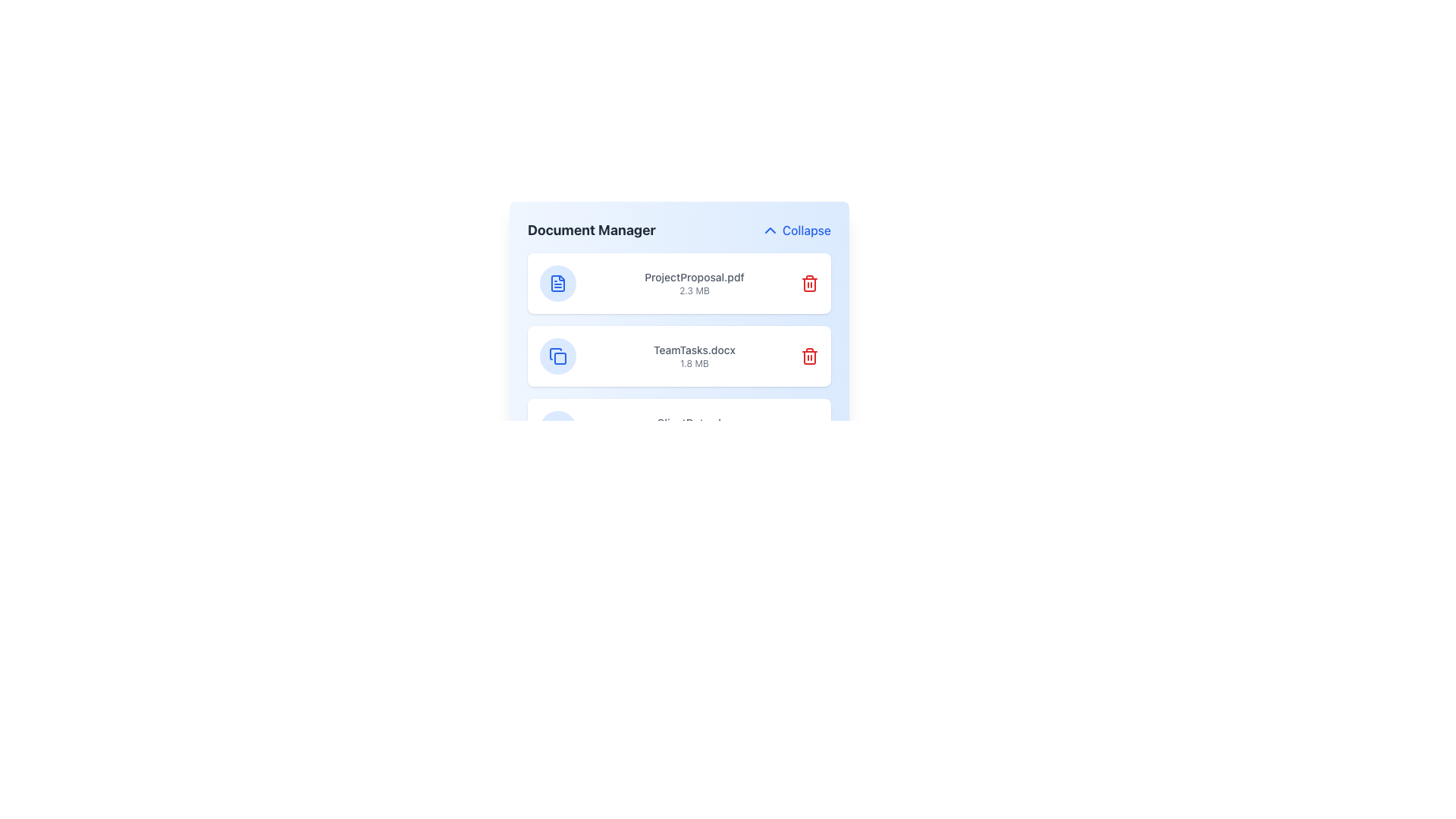 The width and height of the screenshot is (1456, 819). I want to click on the second file entry component in the Document Manager grid layout, located below the 'Document Manager' header, so click(679, 356).